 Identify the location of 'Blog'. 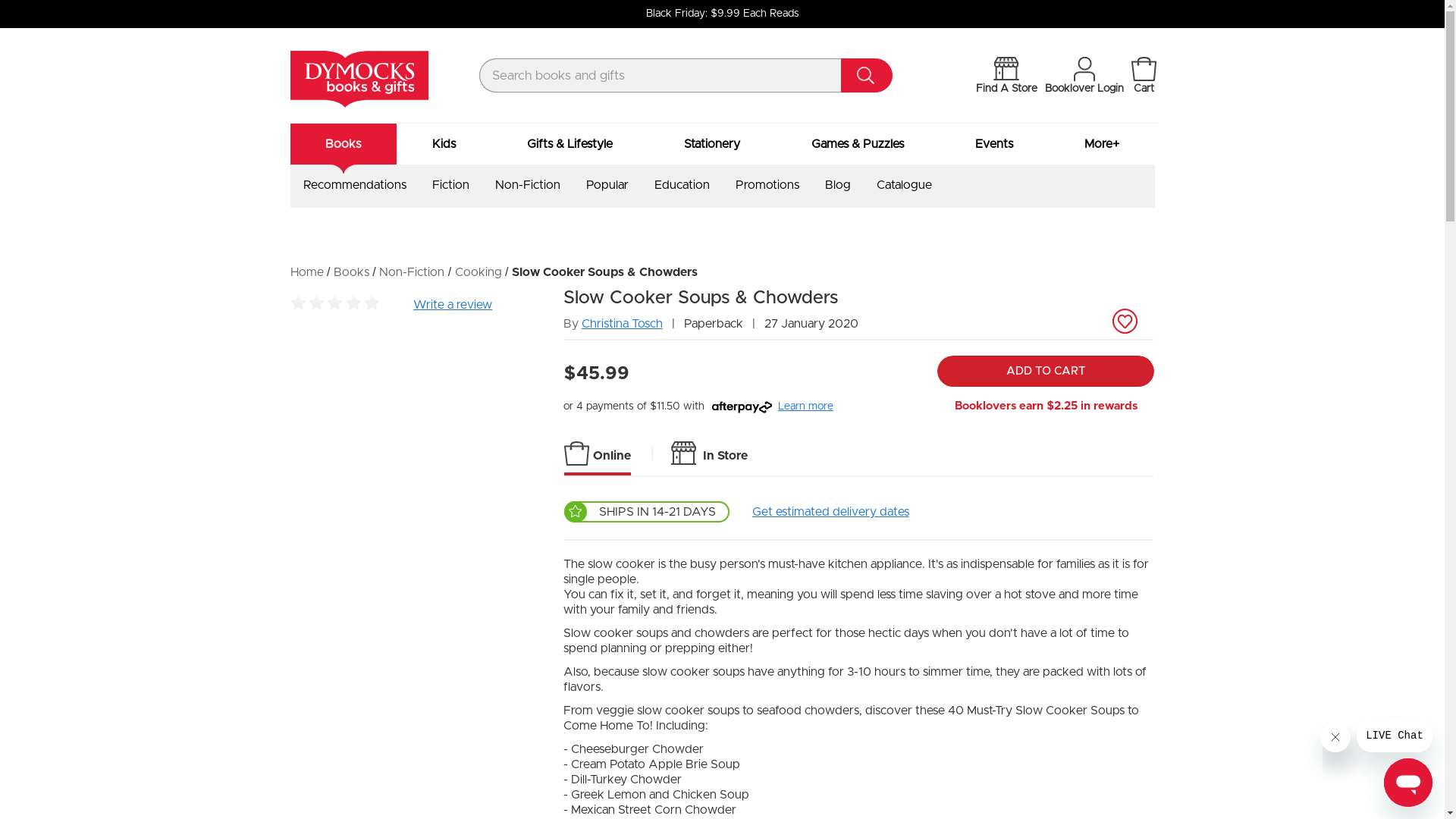
(824, 184).